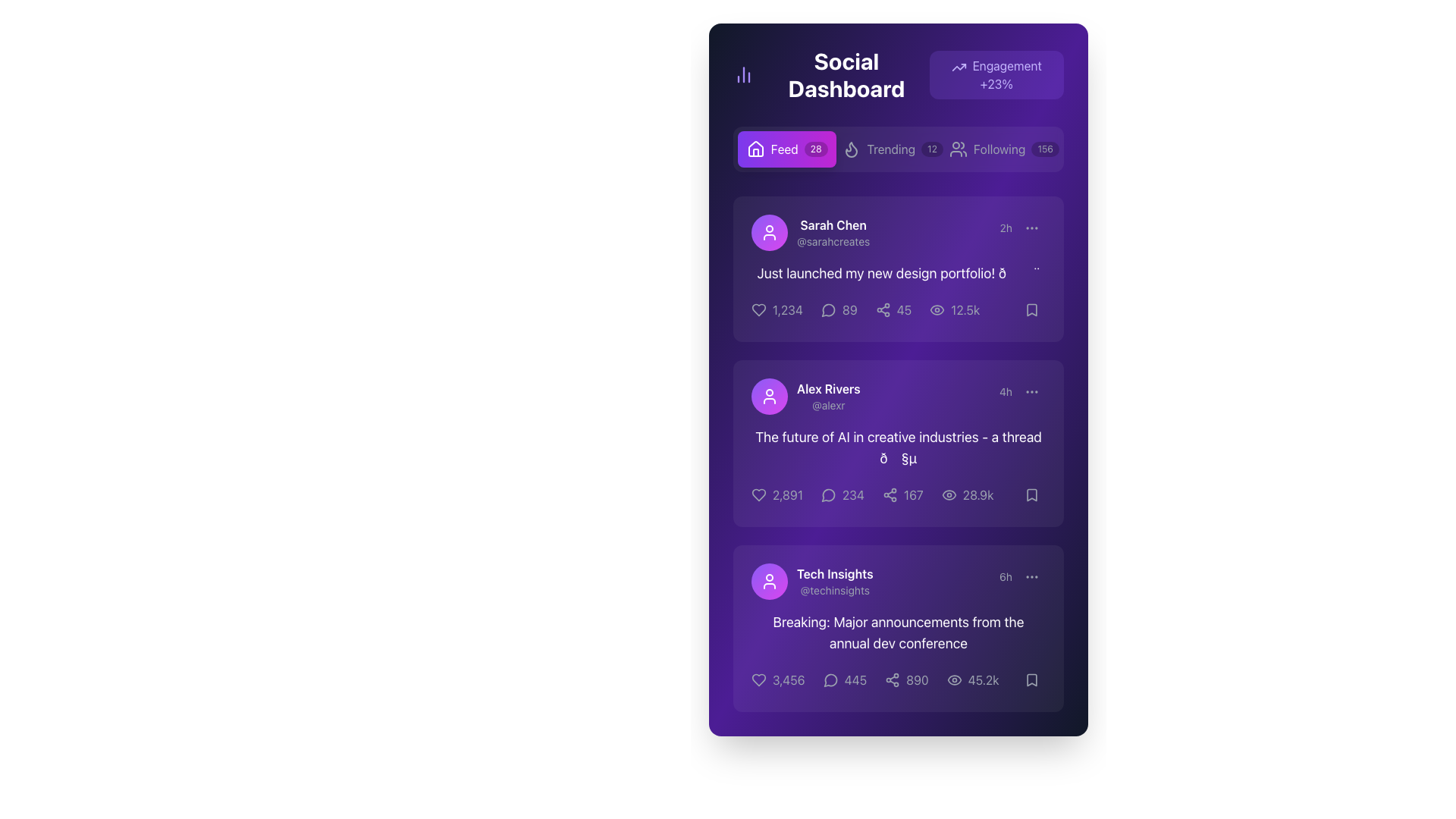  What do you see at coordinates (899, 679) in the screenshot?
I see `the Numerical Value indicating the number of shares for the post, located in the last section of the individual post on the dashboard, specifically the fourth element in a row of icons and numbers` at bounding box center [899, 679].